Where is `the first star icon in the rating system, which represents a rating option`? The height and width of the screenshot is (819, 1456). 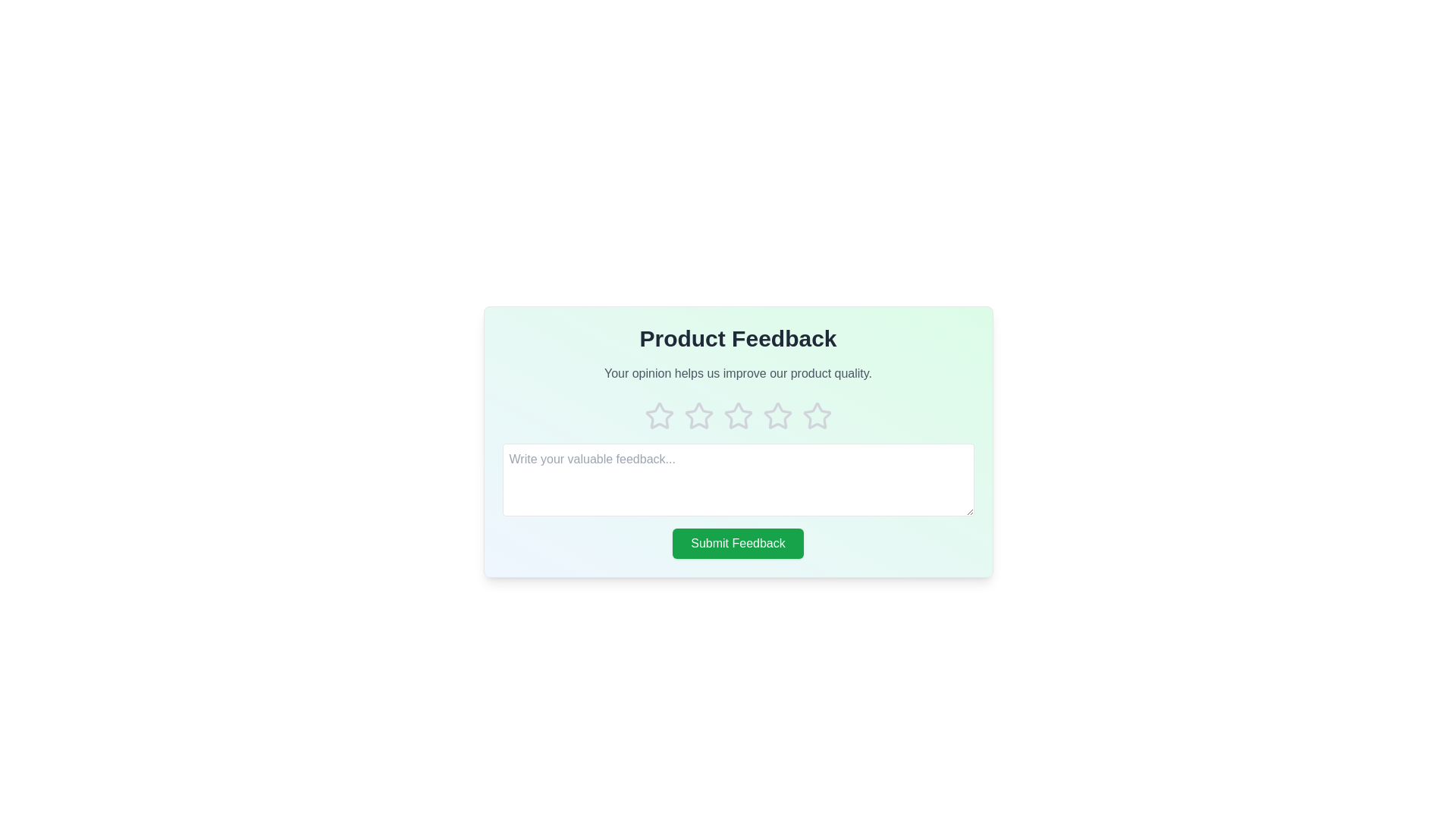
the first star icon in the rating system, which represents a rating option is located at coordinates (659, 416).